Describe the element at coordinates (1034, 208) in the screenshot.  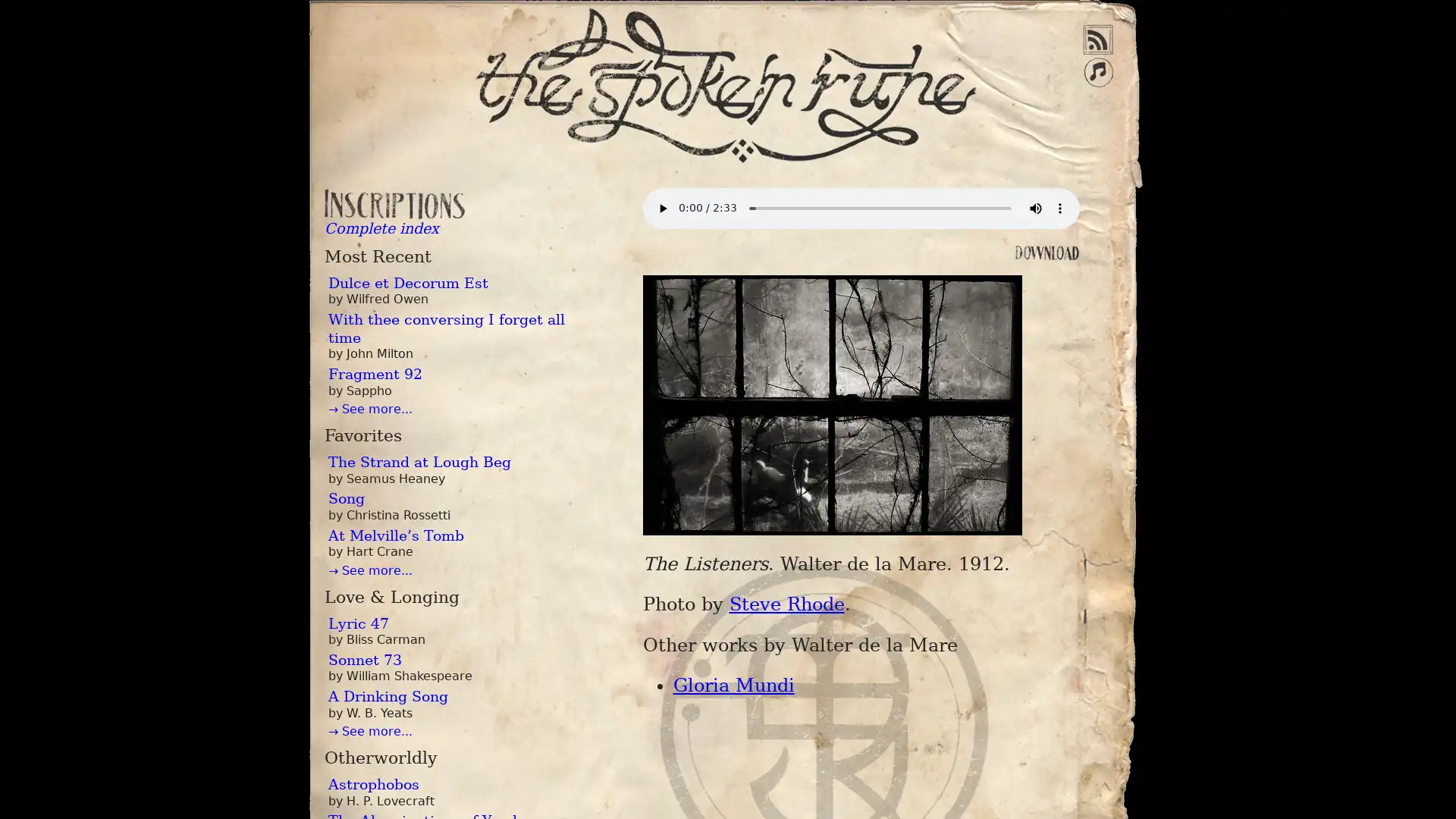
I see `mute` at that location.